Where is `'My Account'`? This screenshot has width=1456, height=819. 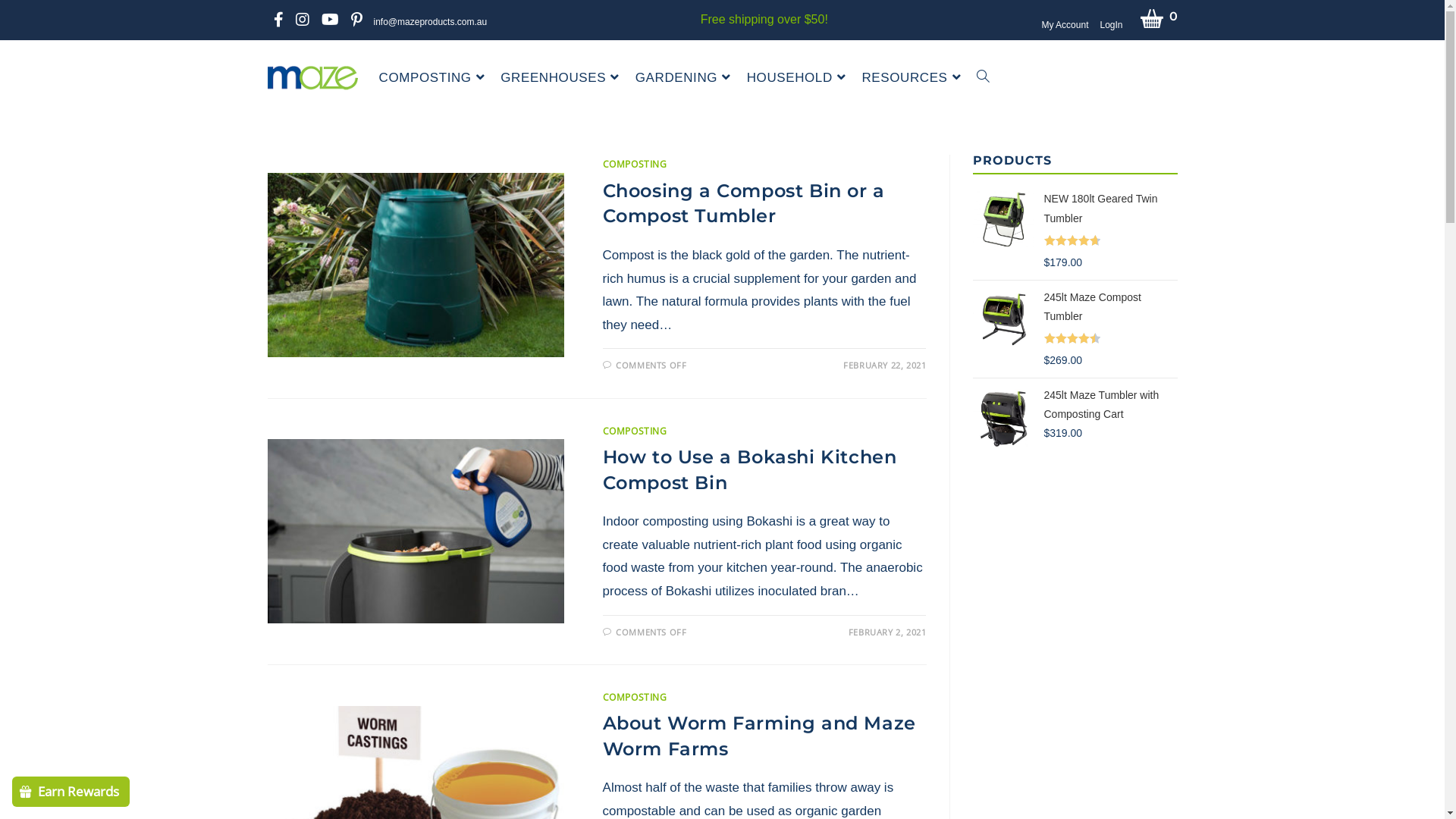
'My Account' is located at coordinates (1063, 26).